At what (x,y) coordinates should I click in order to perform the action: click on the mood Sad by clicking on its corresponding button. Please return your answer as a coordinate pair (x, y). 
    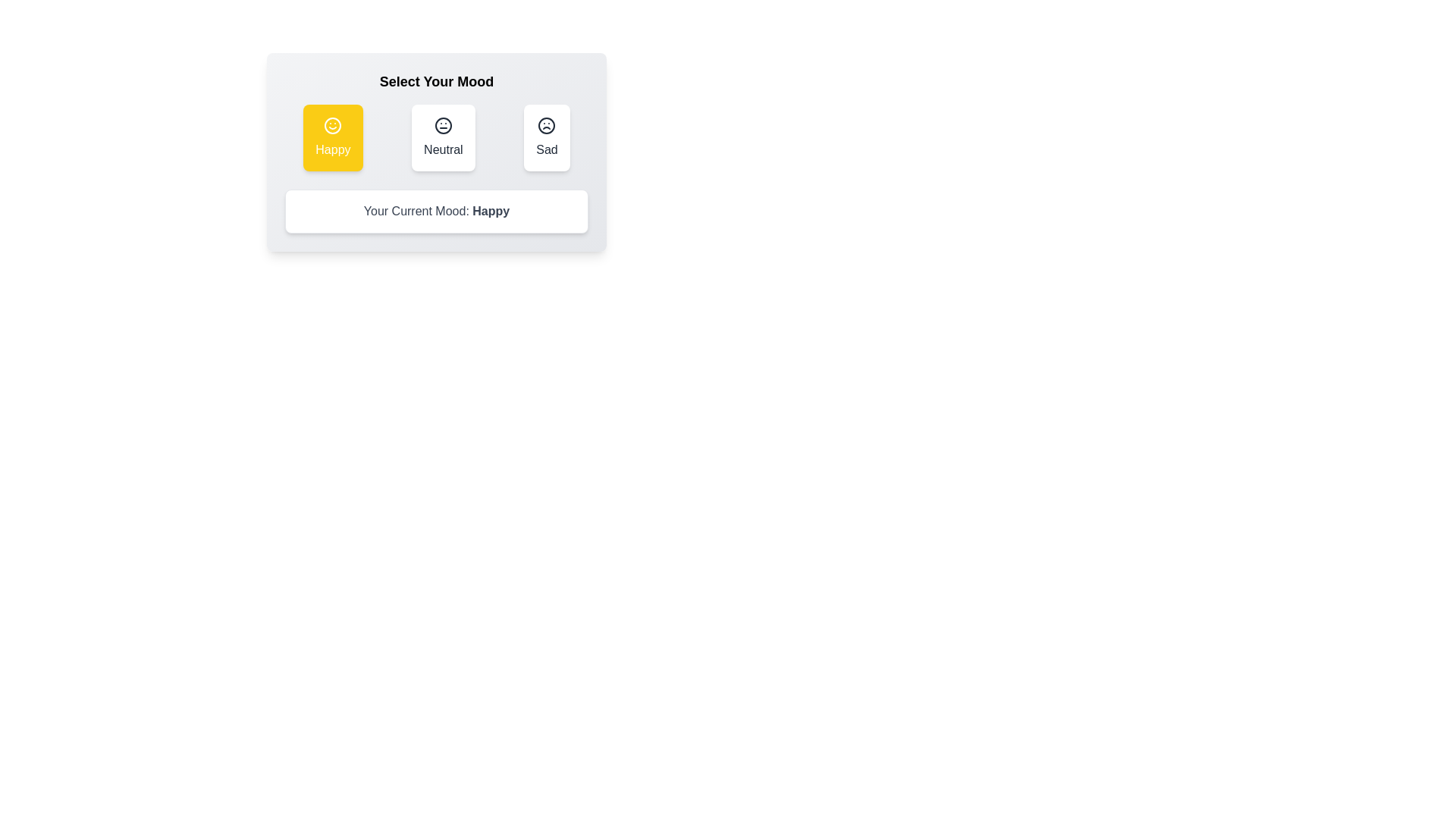
    Looking at the image, I should click on (546, 137).